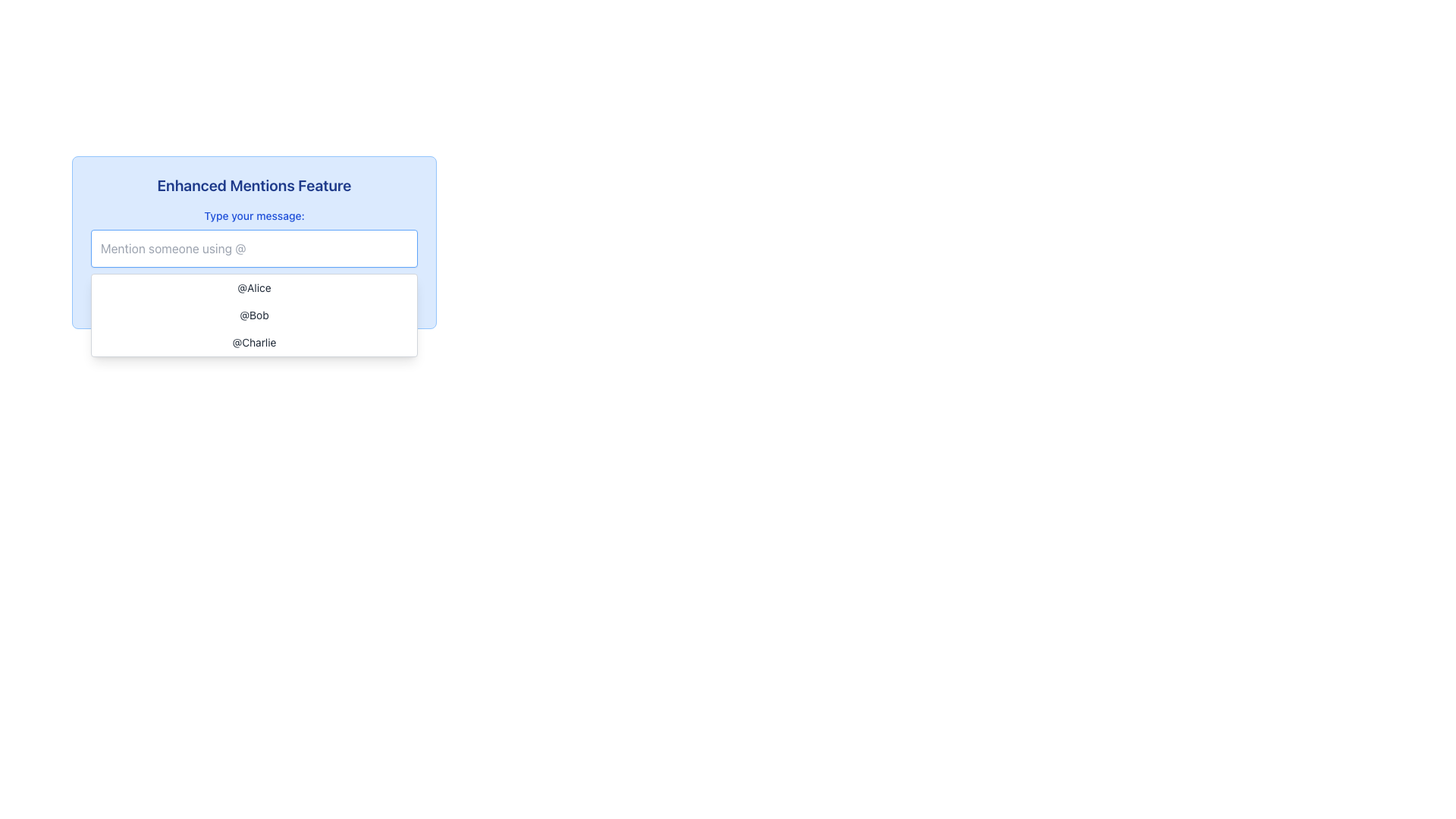  Describe the element at coordinates (254, 315) in the screenshot. I see `to select the suggestion '@Bob' from the dropdown suggestion list positioned below the input field labeled 'Mention someone using @'` at that location.